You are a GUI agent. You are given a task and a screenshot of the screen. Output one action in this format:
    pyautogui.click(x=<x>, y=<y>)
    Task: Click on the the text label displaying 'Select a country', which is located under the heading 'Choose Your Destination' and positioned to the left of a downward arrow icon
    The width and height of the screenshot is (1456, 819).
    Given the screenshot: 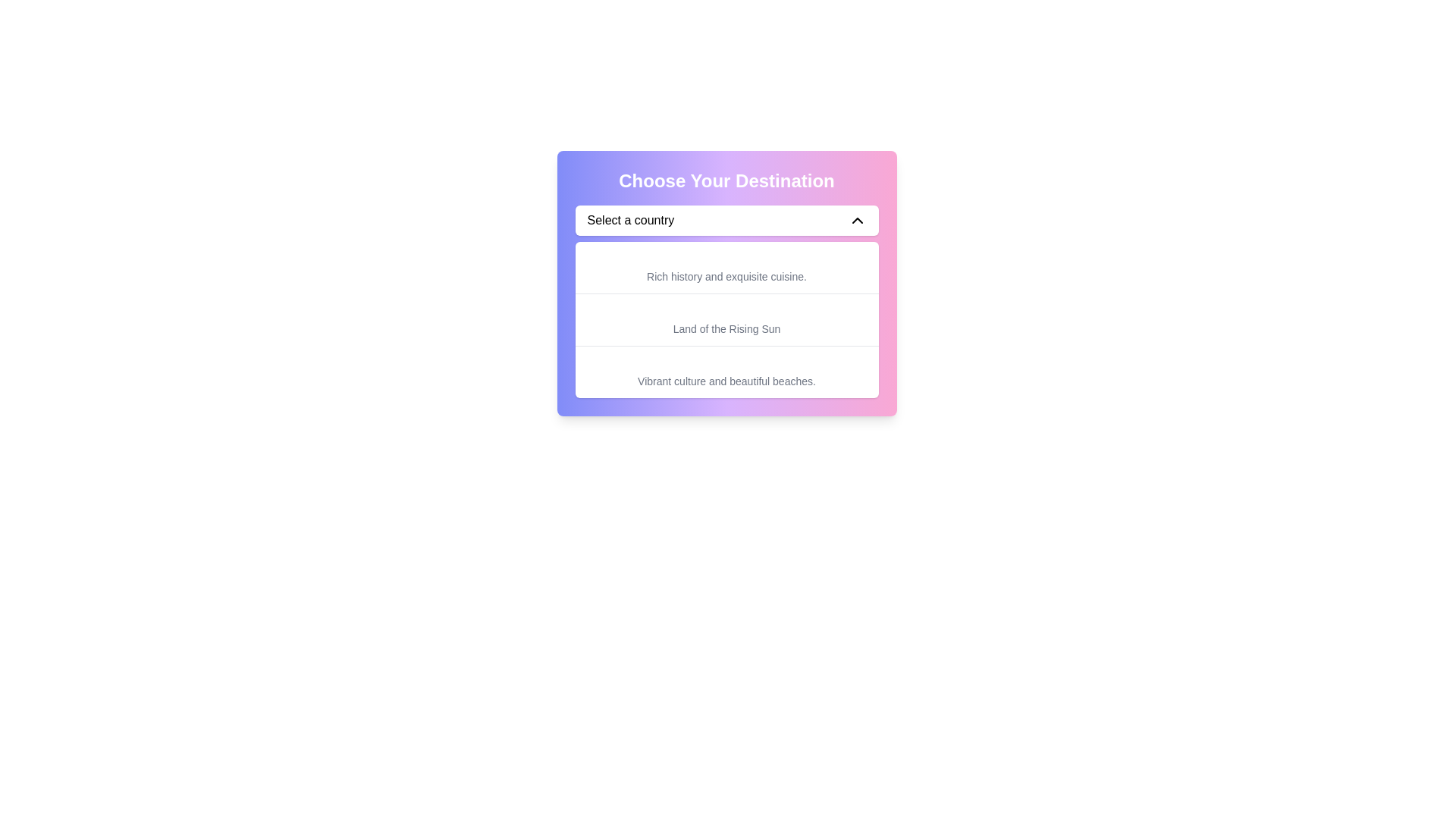 What is the action you would take?
    pyautogui.click(x=630, y=220)
    